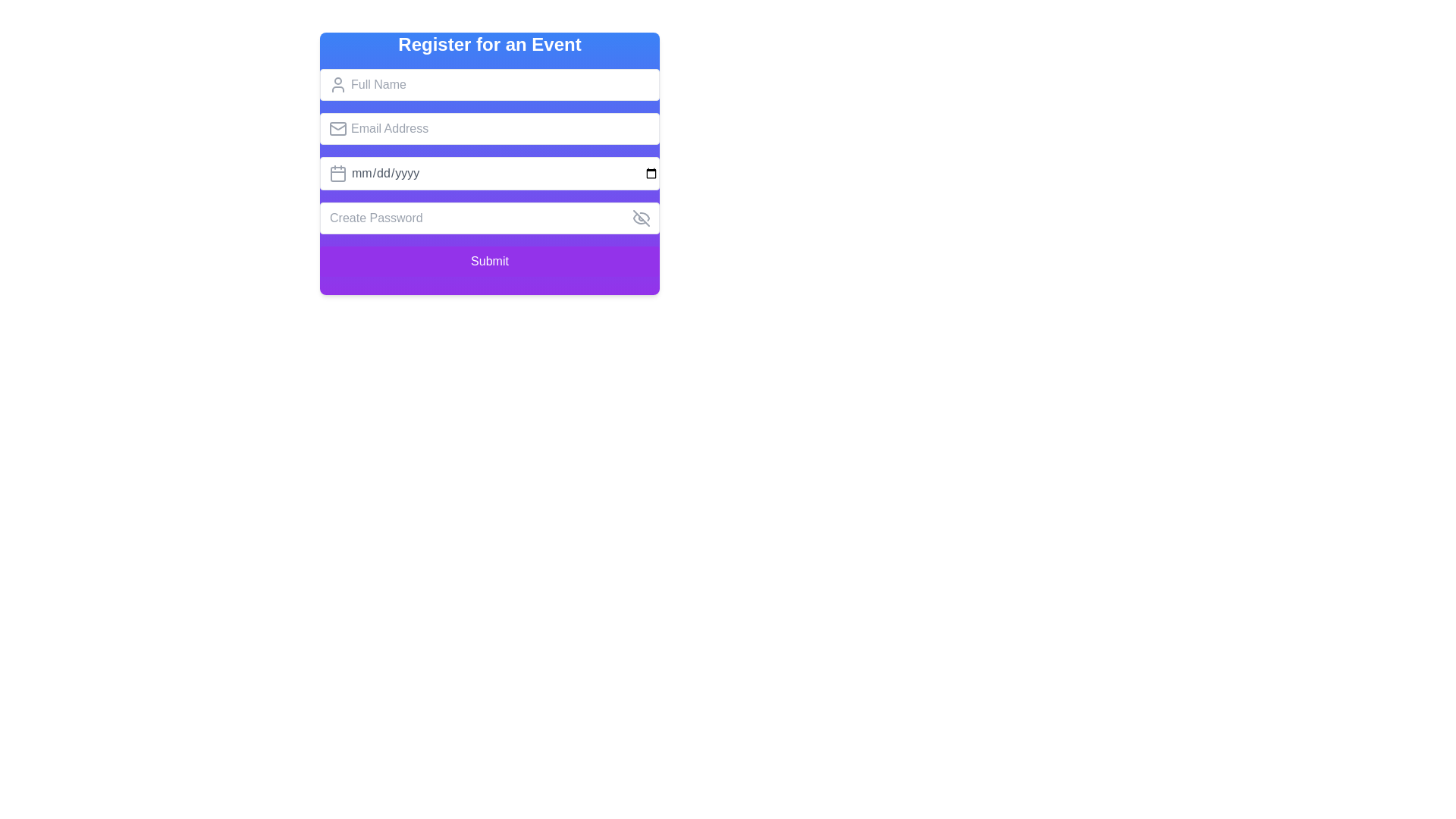 The image size is (1456, 819). I want to click on the Password visibility toggle button, which features an eye icon with a diagonal line crossing through it, located on the right side of the password input field, so click(641, 218).